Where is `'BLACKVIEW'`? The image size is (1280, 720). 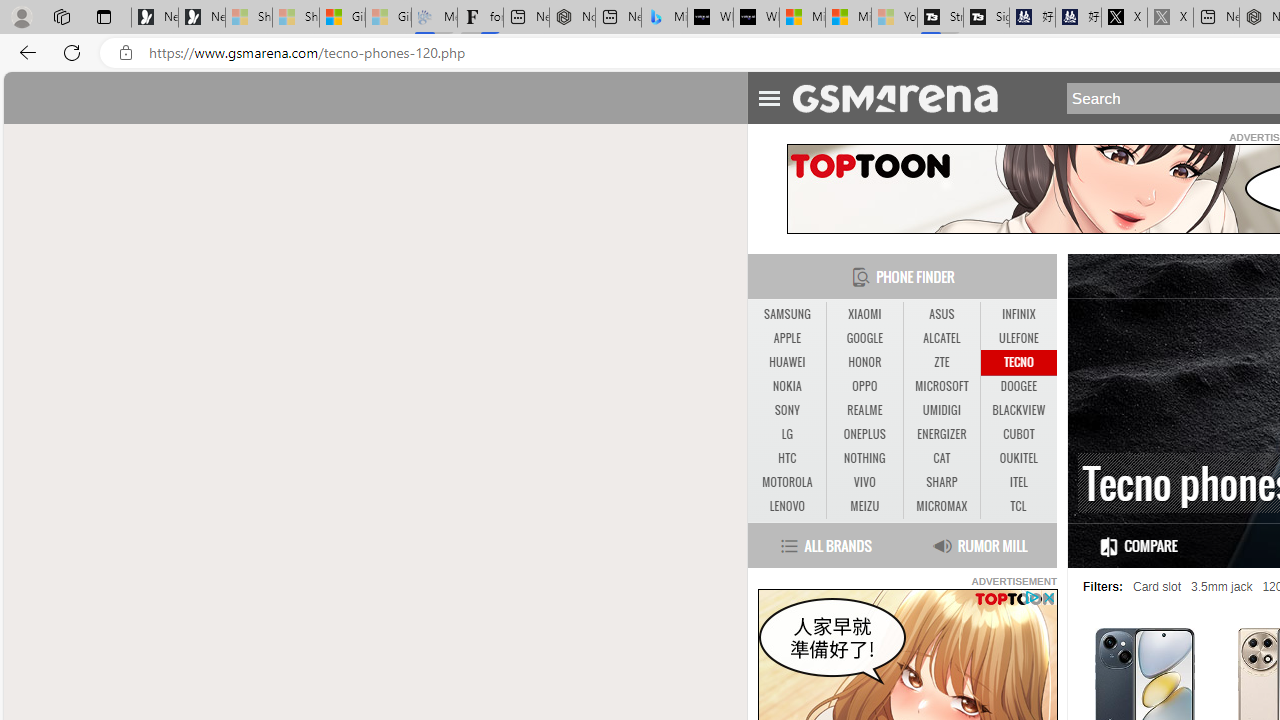 'BLACKVIEW' is located at coordinates (1018, 409).